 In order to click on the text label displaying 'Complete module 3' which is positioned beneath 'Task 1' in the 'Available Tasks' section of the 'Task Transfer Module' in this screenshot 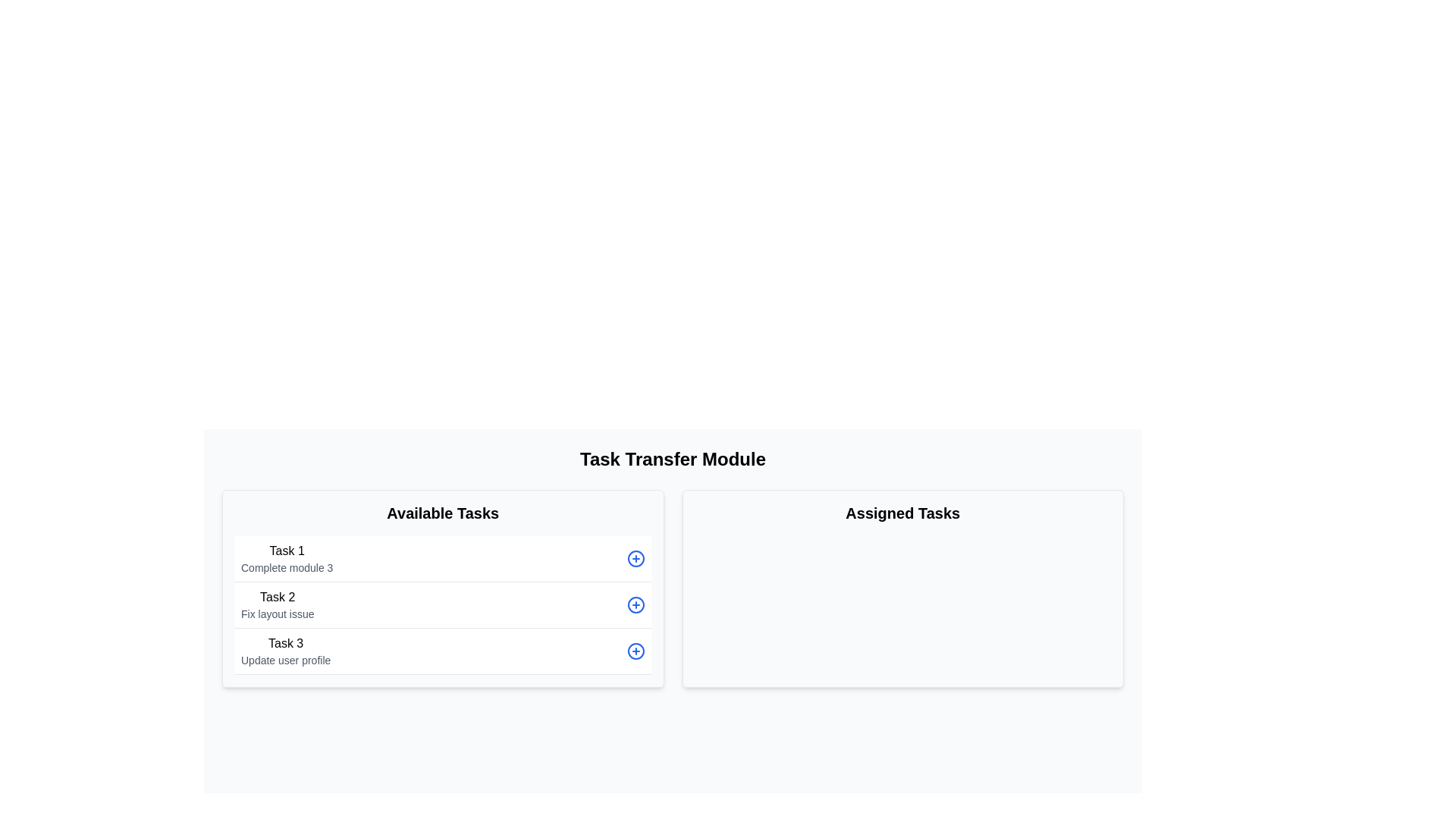, I will do `click(287, 567)`.